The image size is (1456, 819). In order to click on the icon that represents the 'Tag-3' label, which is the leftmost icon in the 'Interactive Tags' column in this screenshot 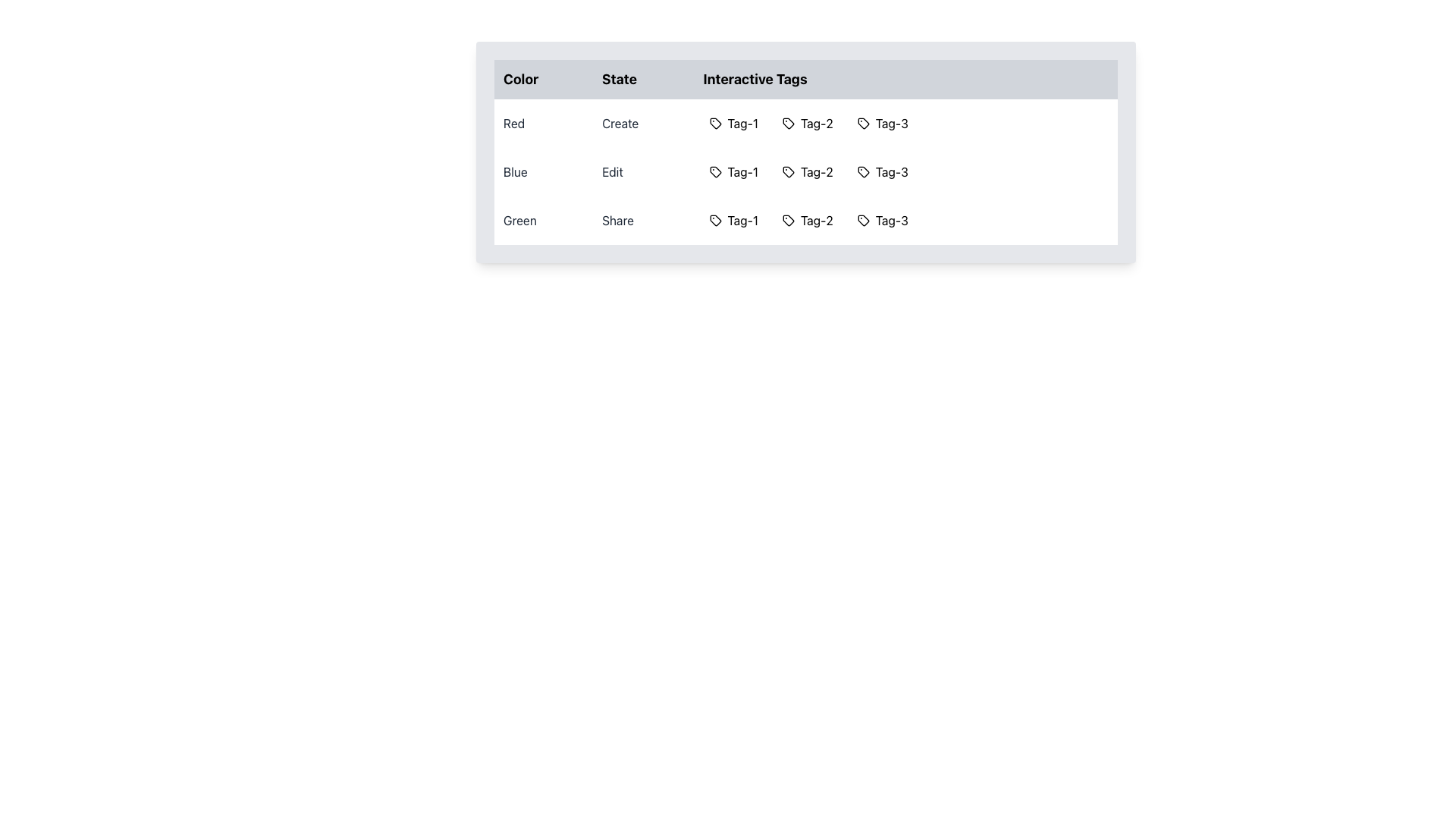, I will do `click(863, 122)`.